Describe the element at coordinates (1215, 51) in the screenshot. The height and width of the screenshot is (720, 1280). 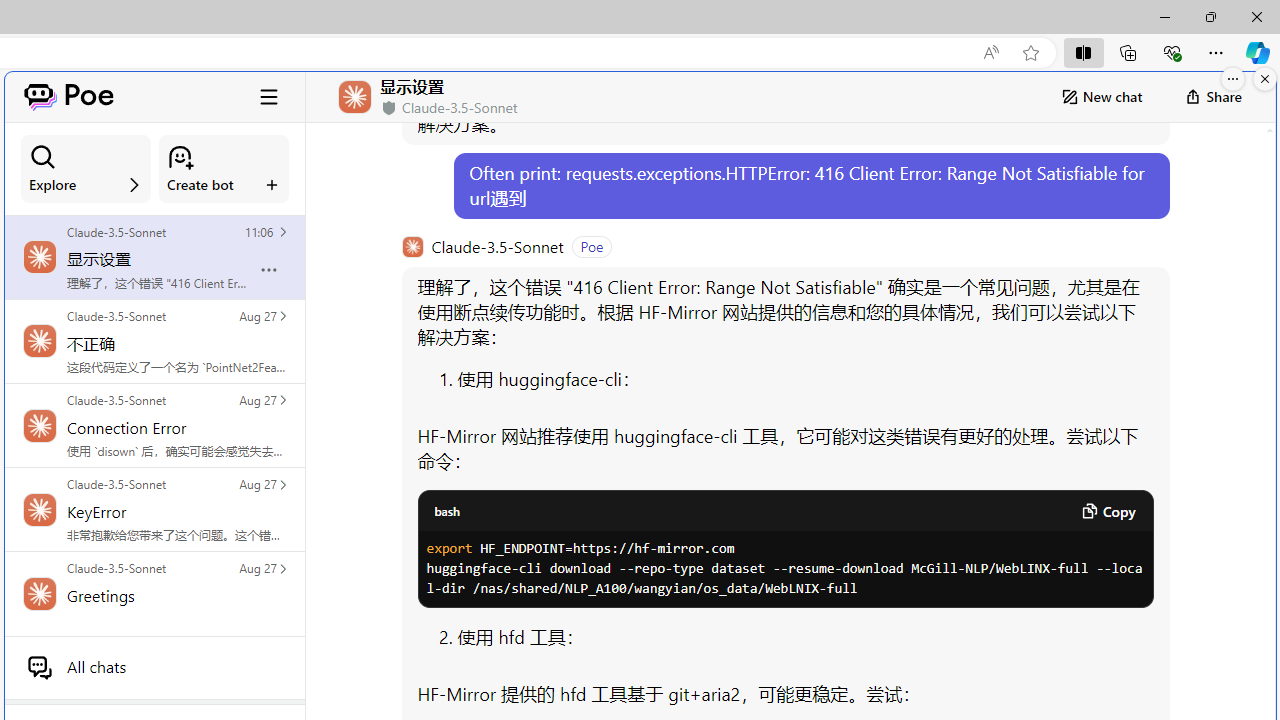
I see `'Settings and more (Alt+F)'` at that location.